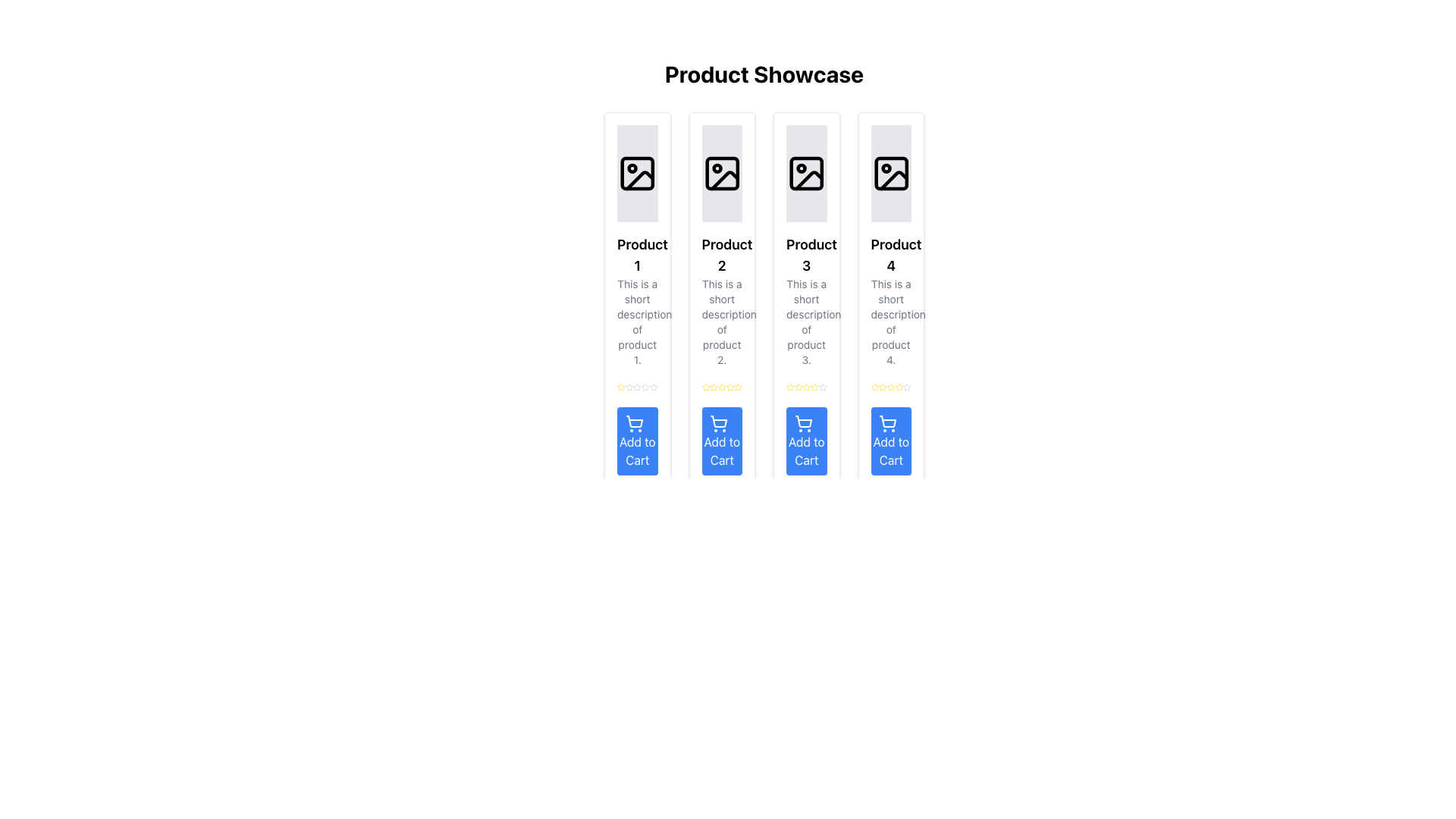 This screenshot has height=819, width=1456. What do you see at coordinates (891, 172) in the screenshot?
I see `the outlined SVG icon representing an image for 'Product 4', located at the top of its card in the product showcase grid` at bounding box center [891, 172].